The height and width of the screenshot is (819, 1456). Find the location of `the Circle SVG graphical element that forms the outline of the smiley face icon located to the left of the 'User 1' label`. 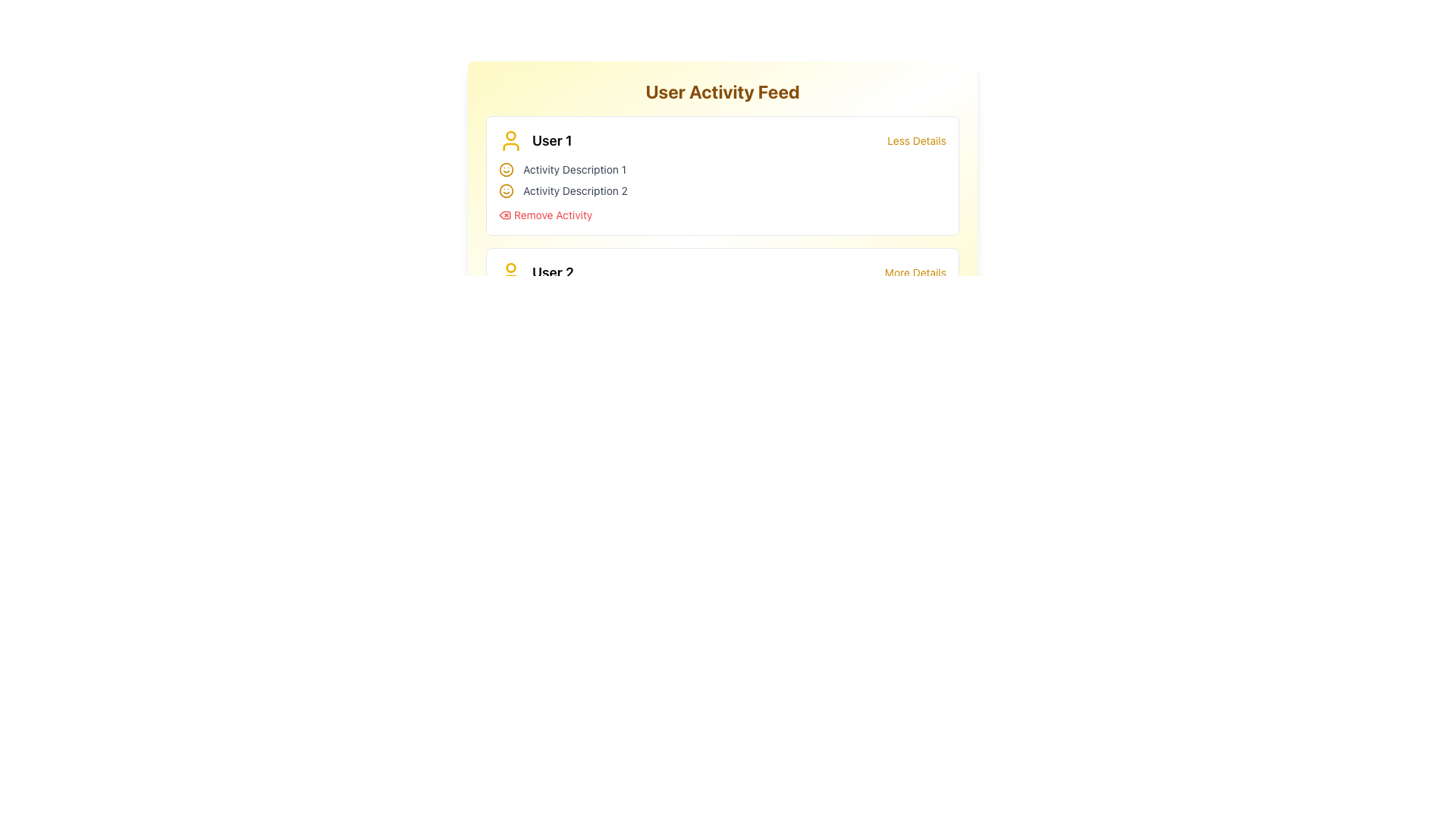

the Circle SVG graphical element that forms the outline of the smiley face icon located to the left of the 'User 1' label is located at coordinates (506, 190).